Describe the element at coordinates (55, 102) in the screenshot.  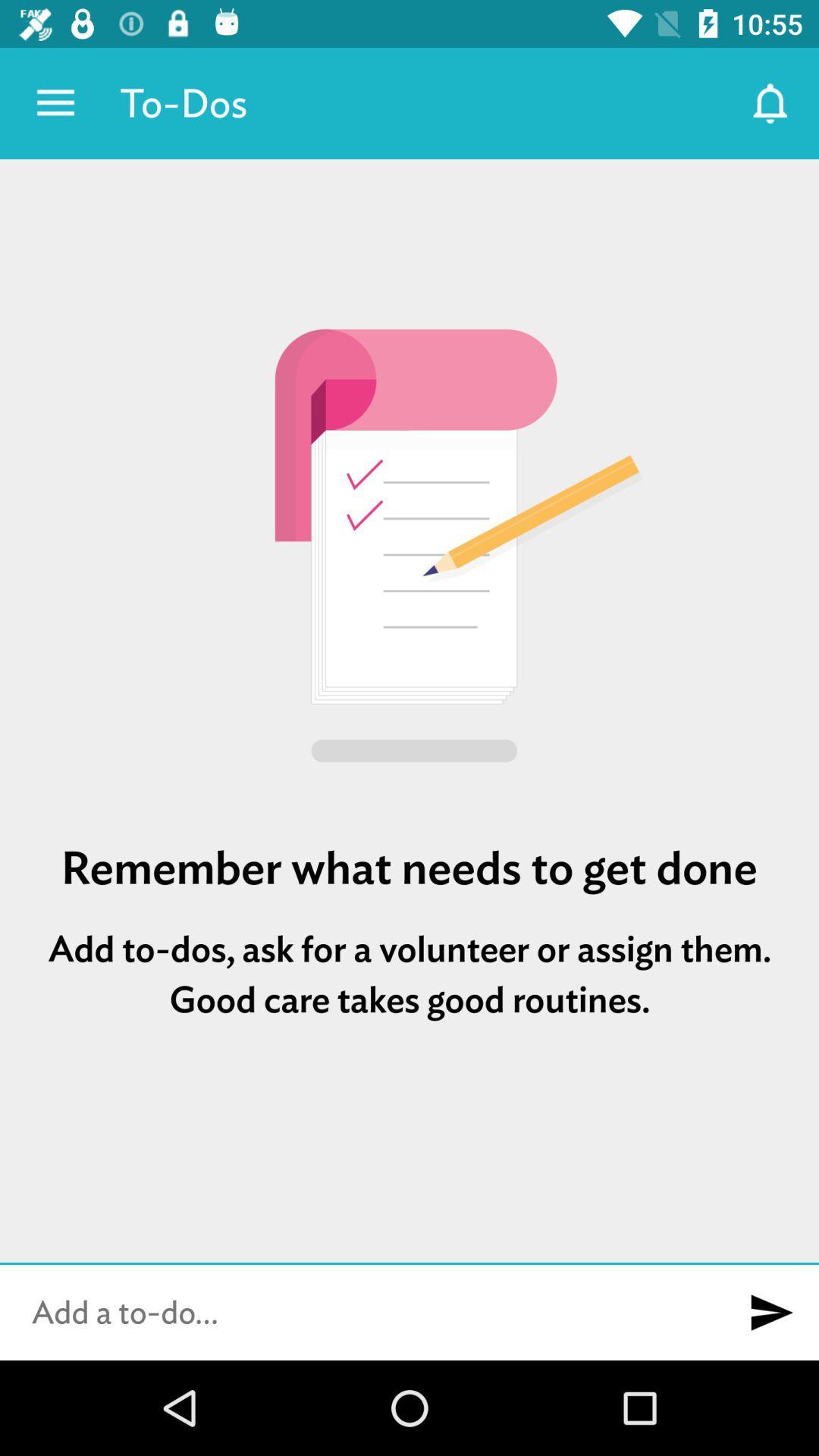
I see `the app next to the to-dos item` at that location.